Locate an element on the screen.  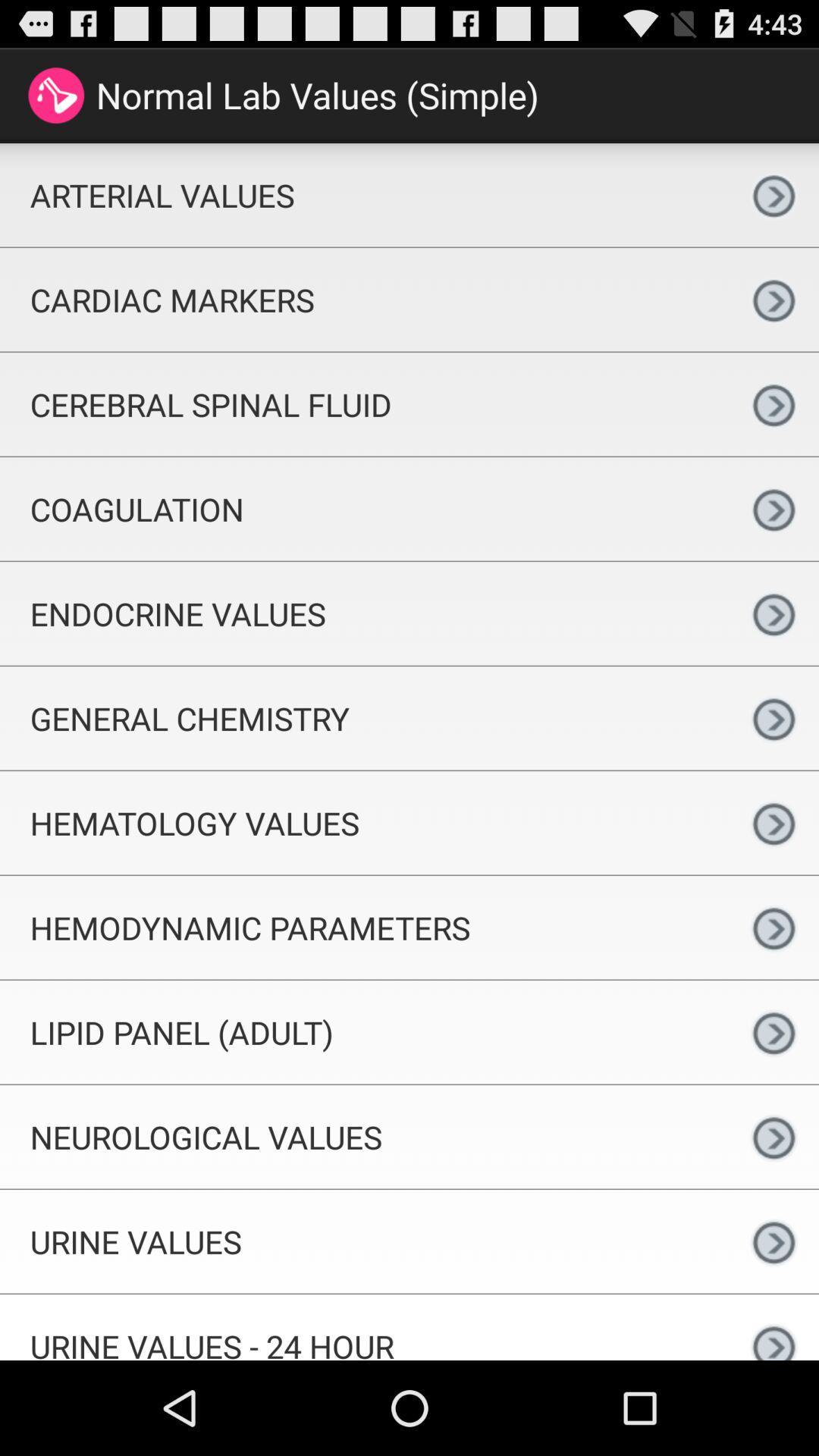
endocrine values is located at coordinates (364, 613).